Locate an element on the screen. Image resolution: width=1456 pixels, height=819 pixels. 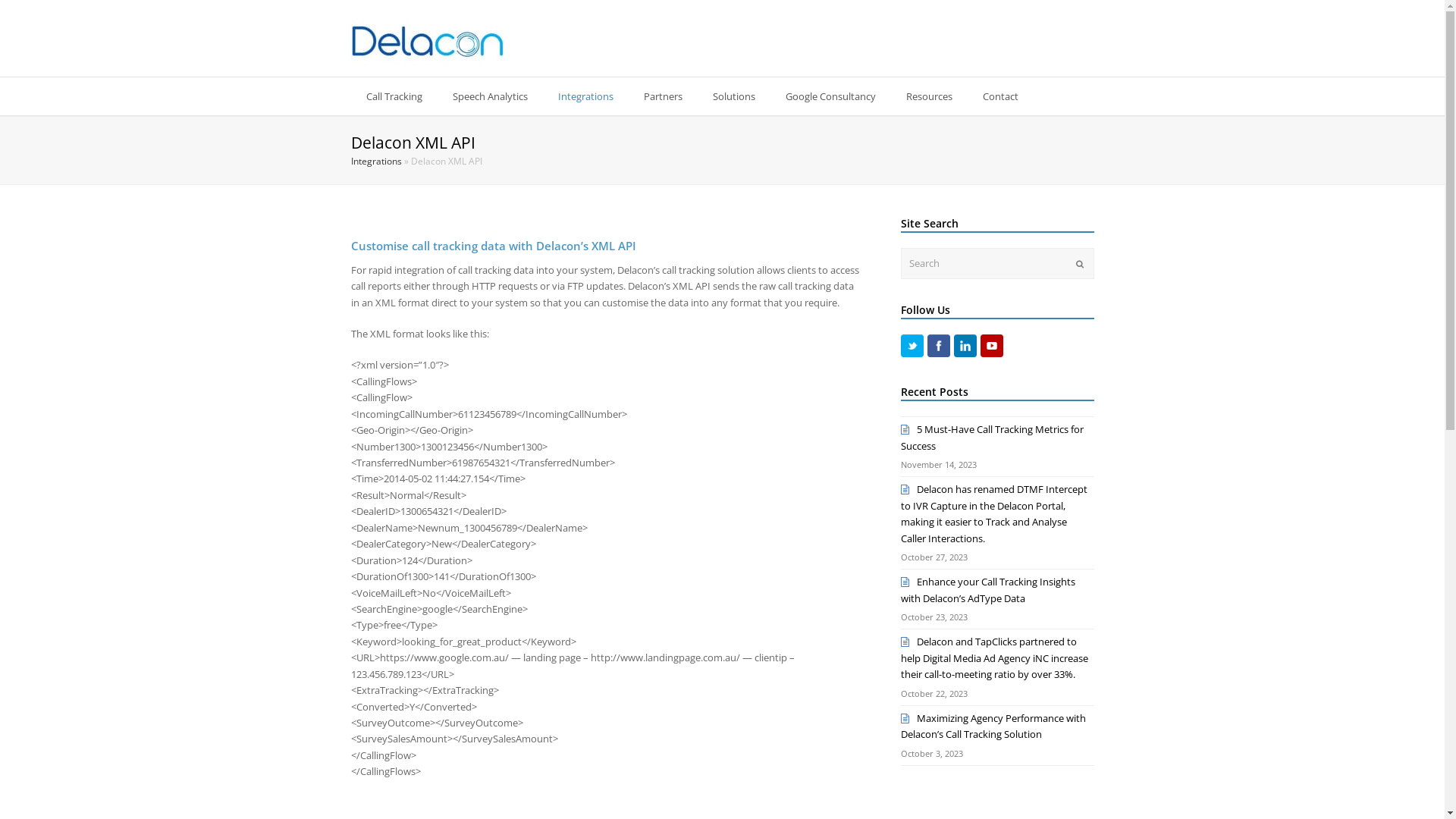
'LinkedIn' is located at coordinates (964, 345).